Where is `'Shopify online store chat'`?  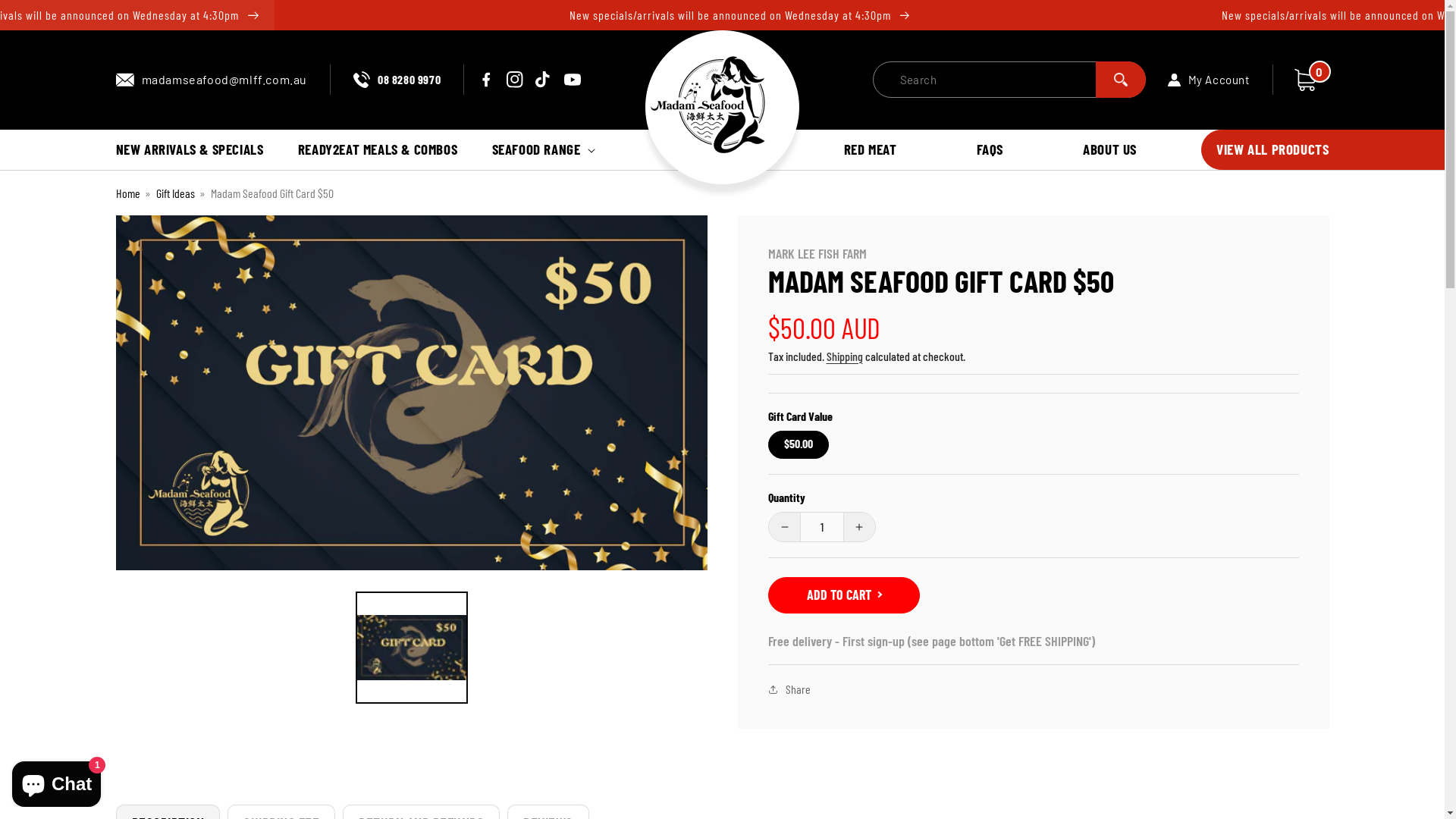 'Shopify online store chat' is located at coordinates (7, 780).